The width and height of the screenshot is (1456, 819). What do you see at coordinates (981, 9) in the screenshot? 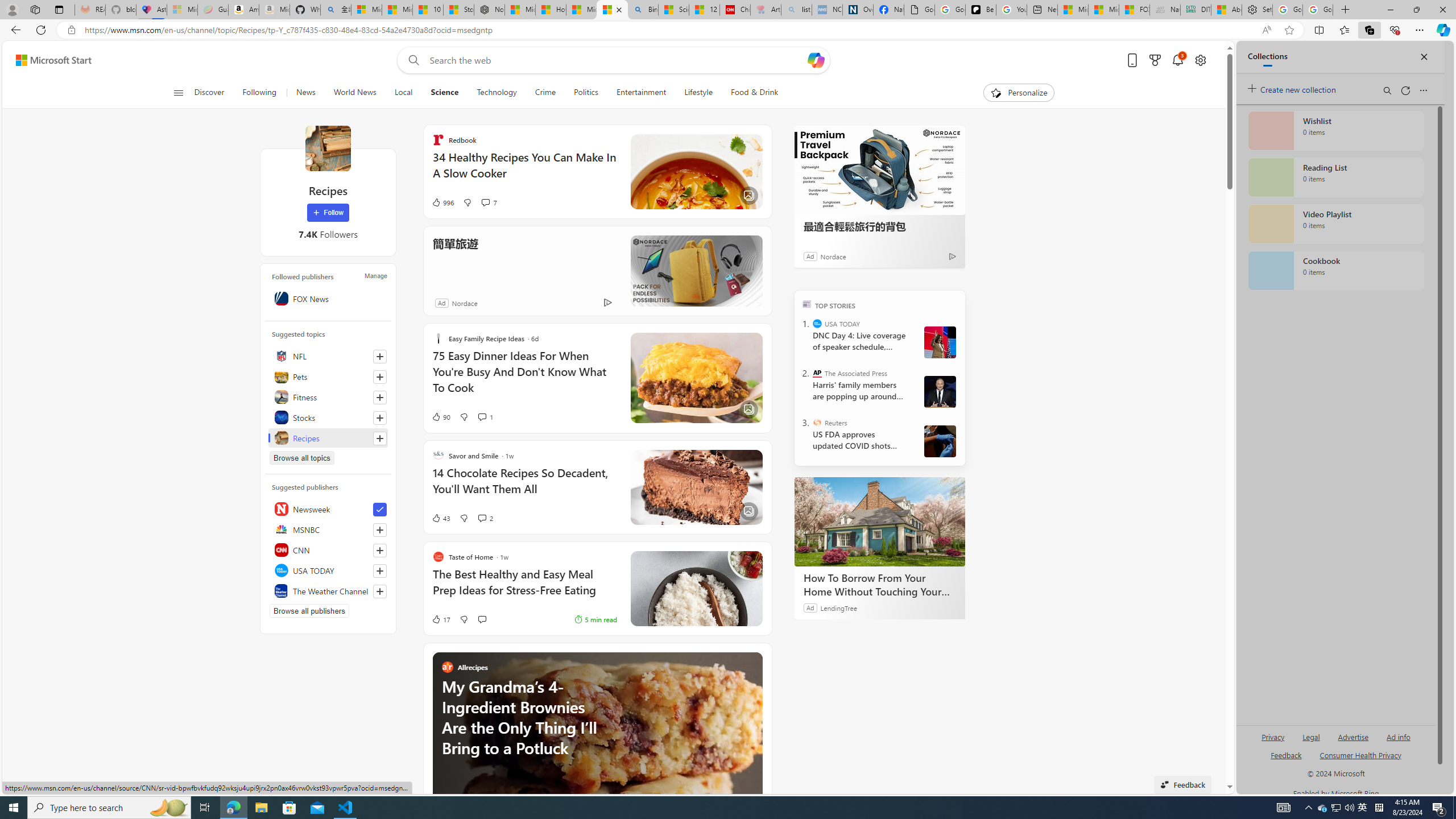
I see `'Be Smart | creating Science videos | Patreon'` at bounding box center [981, 9].